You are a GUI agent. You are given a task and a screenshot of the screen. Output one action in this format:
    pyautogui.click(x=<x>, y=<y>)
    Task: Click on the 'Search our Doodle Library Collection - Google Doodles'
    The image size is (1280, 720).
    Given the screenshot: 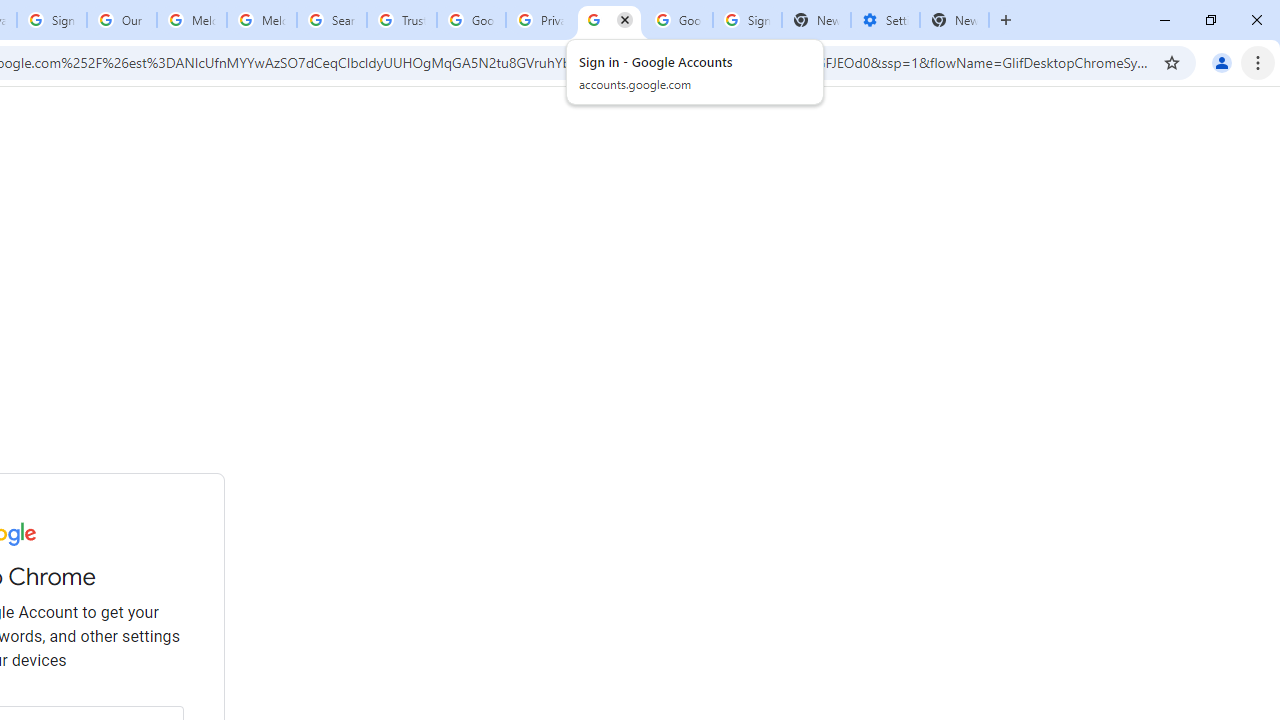 What is the action you would take?
    pyautogui.click(x=332, y=20)
    